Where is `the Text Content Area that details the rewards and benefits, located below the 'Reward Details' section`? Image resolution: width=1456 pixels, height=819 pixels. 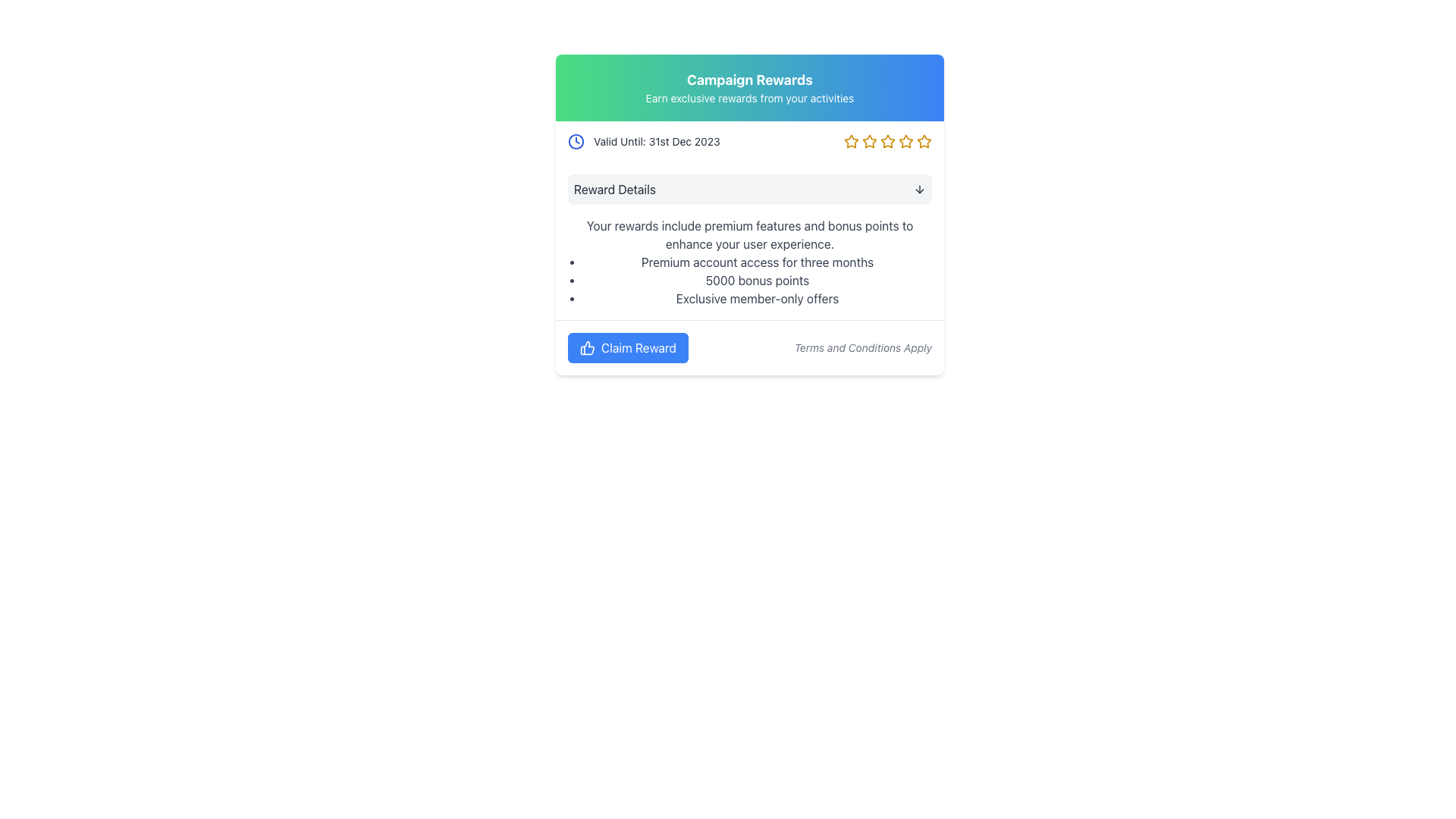
the Text Content Area that details the rewards and benefits, located below the 'Reward Details' section is located at coordinates (749, 262).